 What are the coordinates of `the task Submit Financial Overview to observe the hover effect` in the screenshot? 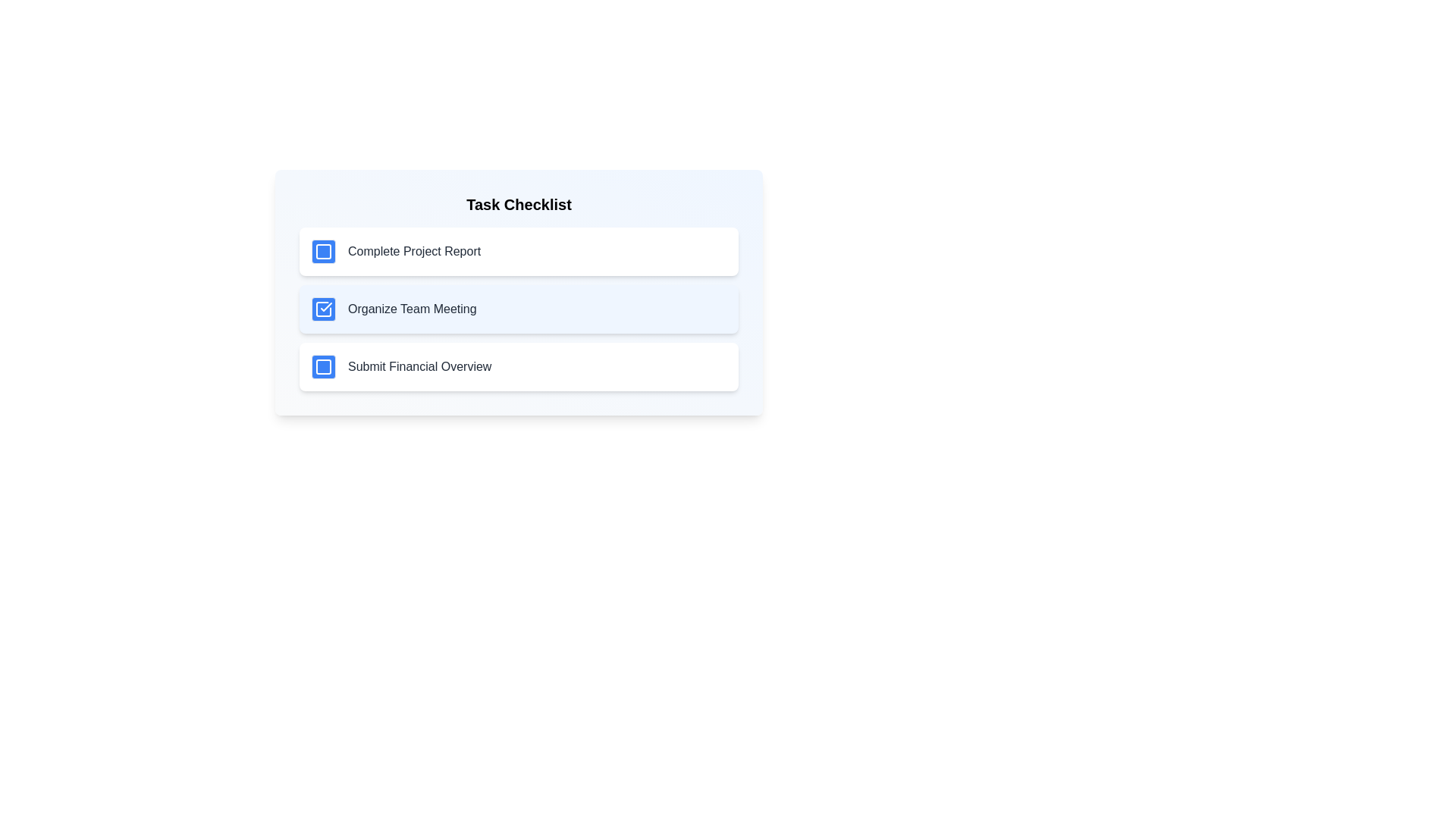 It's located at (519, 366).